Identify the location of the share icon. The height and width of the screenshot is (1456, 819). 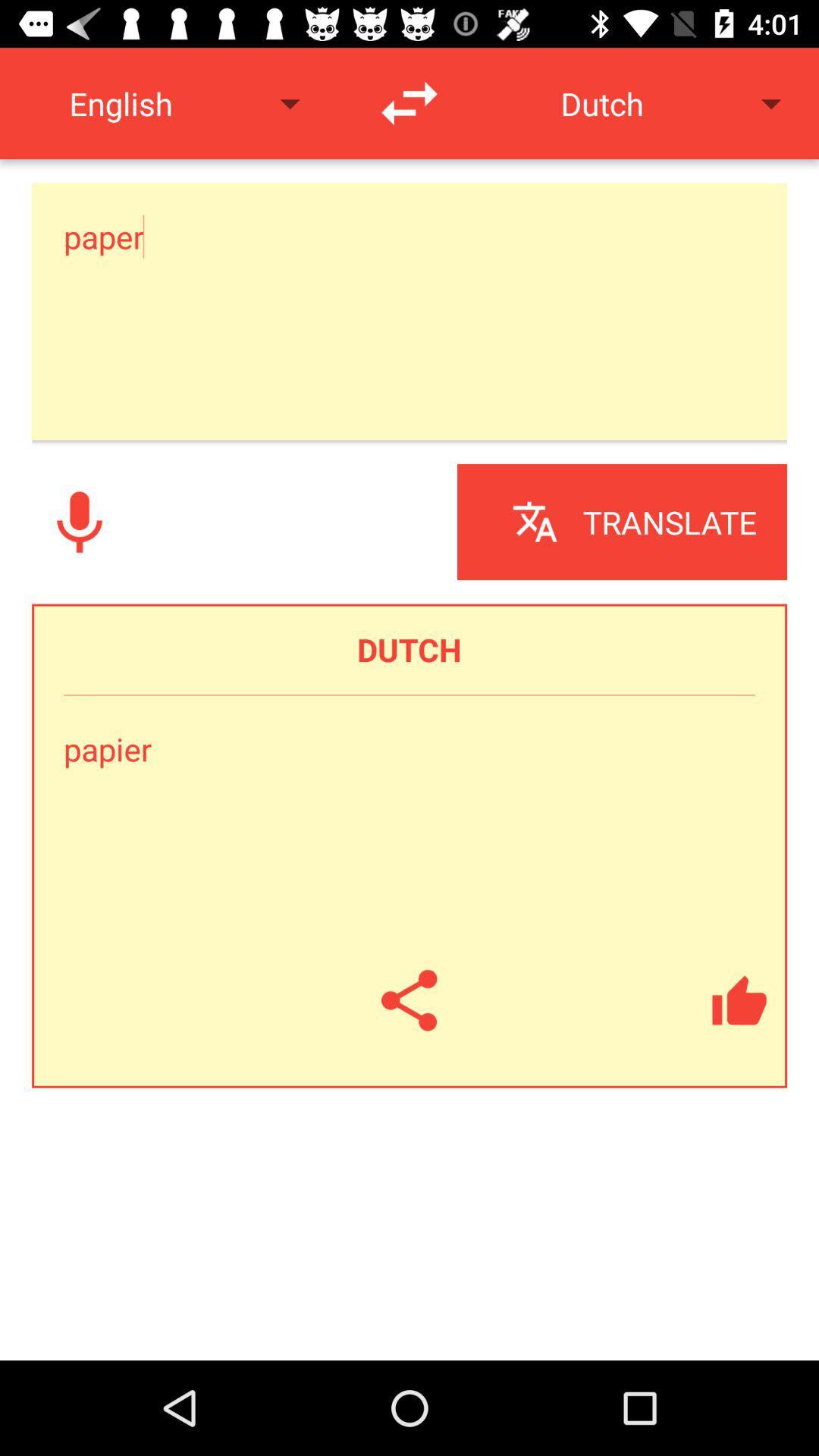
(409, 1000).